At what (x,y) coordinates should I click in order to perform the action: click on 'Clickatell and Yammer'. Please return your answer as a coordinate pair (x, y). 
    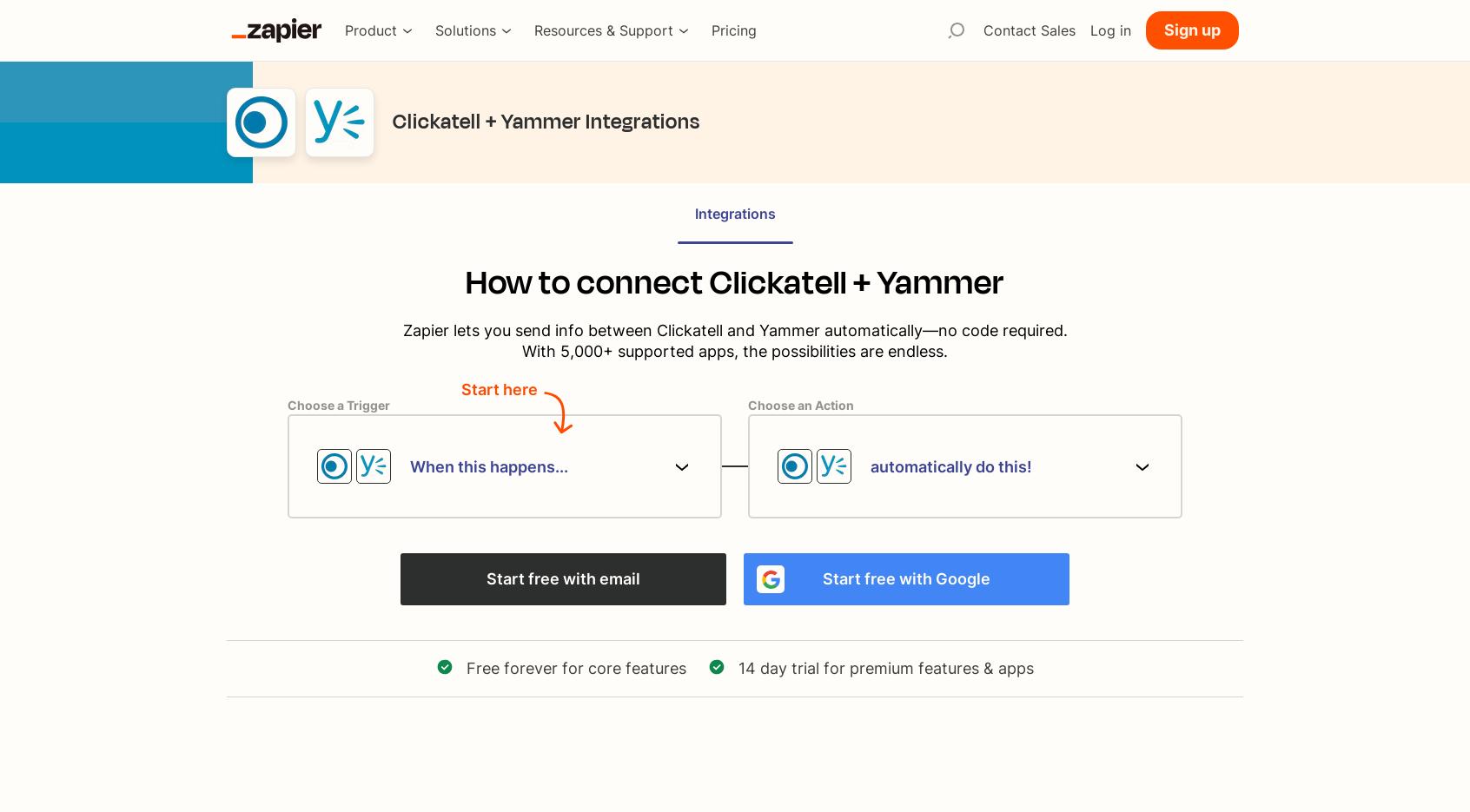
    Looking at the image, I should click on (737, 329).